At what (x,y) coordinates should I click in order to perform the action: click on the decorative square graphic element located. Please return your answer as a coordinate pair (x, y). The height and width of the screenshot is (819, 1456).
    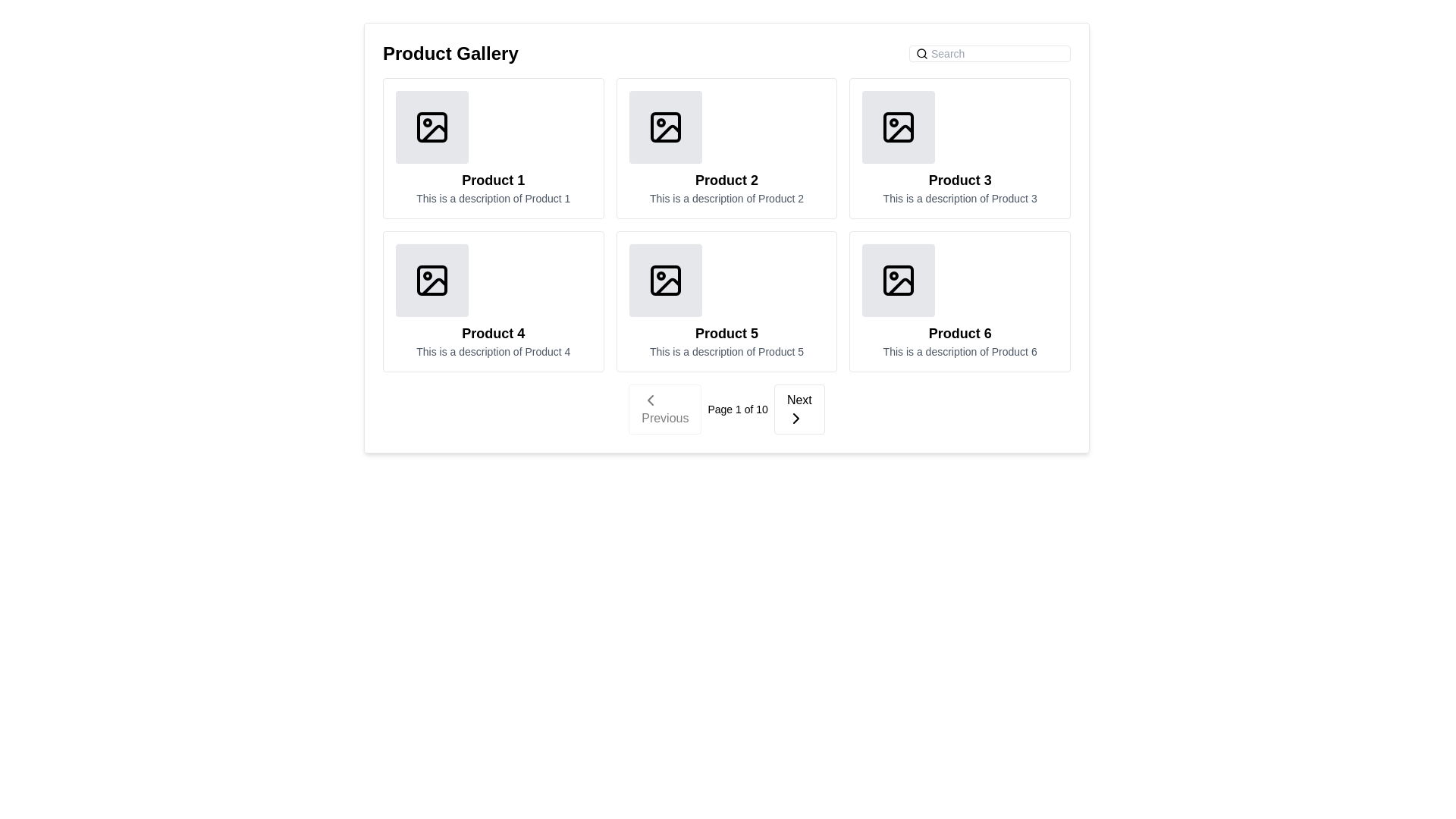
    Looking at the image, I should click on (899, 127).